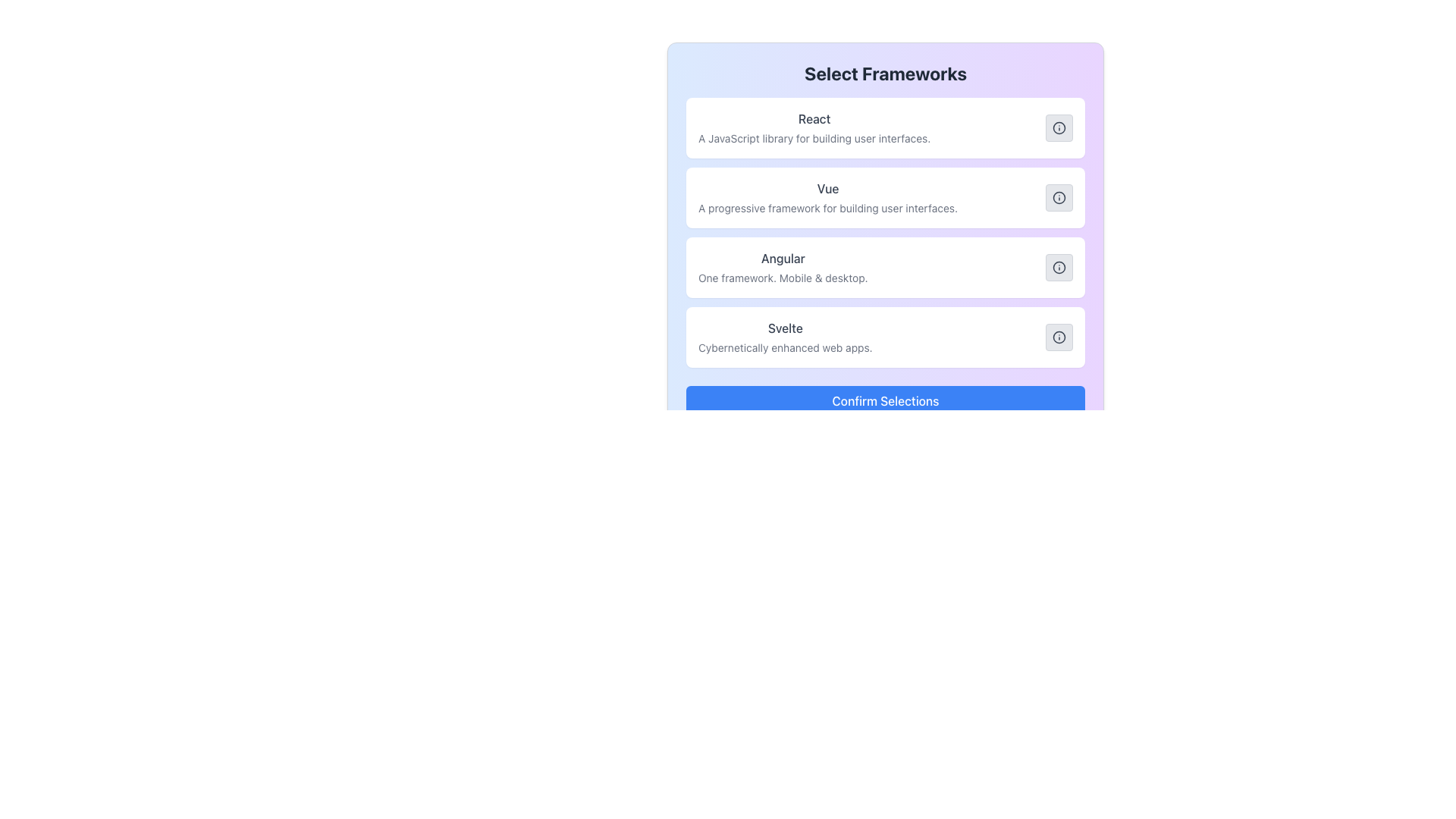  What do you see at coordinates (1058, 336) in the screenshot?
I see `the Information Icon located adjacent to the 'Svelte' label` at bounding box center [1058, 336].